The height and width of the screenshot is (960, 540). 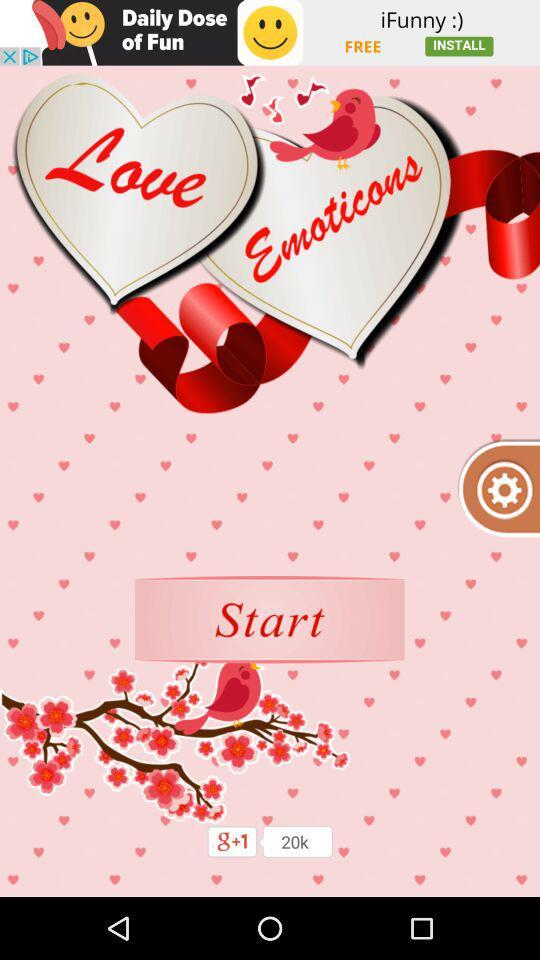 What do you see at coordinates (497, 487) in the screenshot?
I see `settings option` at bounding box center [497, 487].